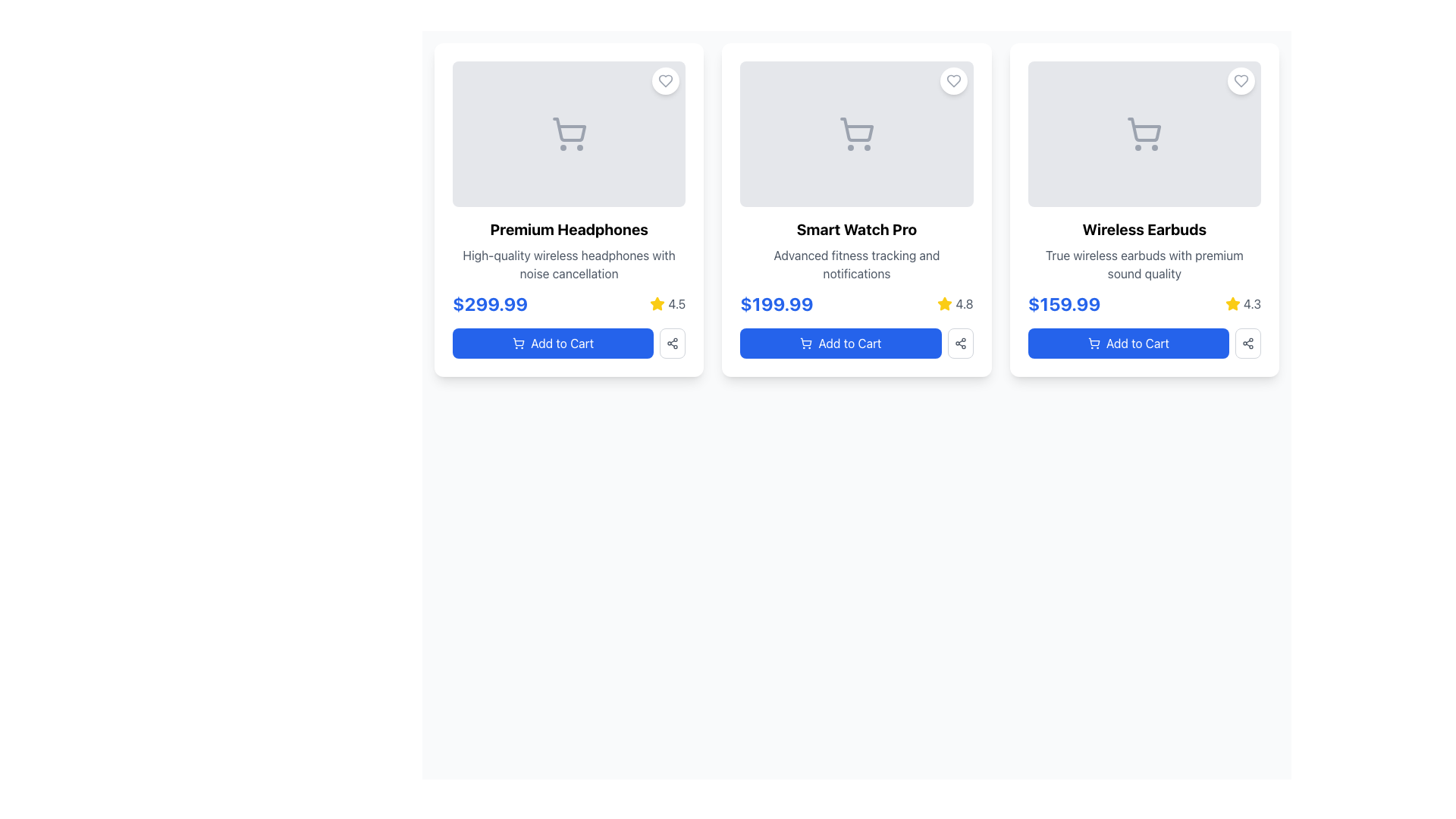 The height and width of the screenshot is (819, 1456). What do you see at coordinates (568, 343) in the screenshot?
I see `the 'Add to Cart' button located at the bottom center of the product card for 'Premium Headphones'` at bounding box center [568, 343].